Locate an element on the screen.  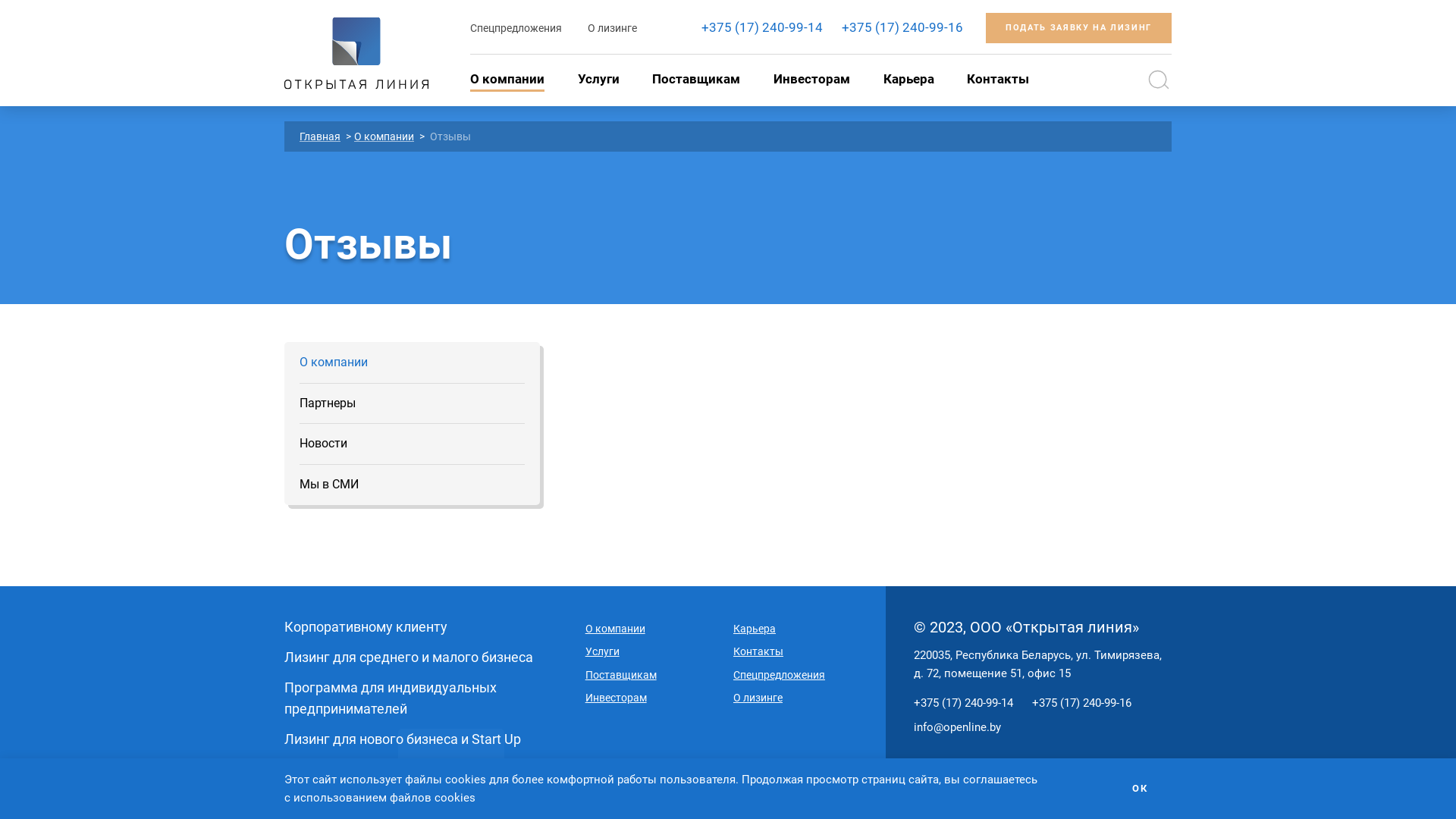
'+375 (17) 240-99-14' is located at coordinates (962, 702).